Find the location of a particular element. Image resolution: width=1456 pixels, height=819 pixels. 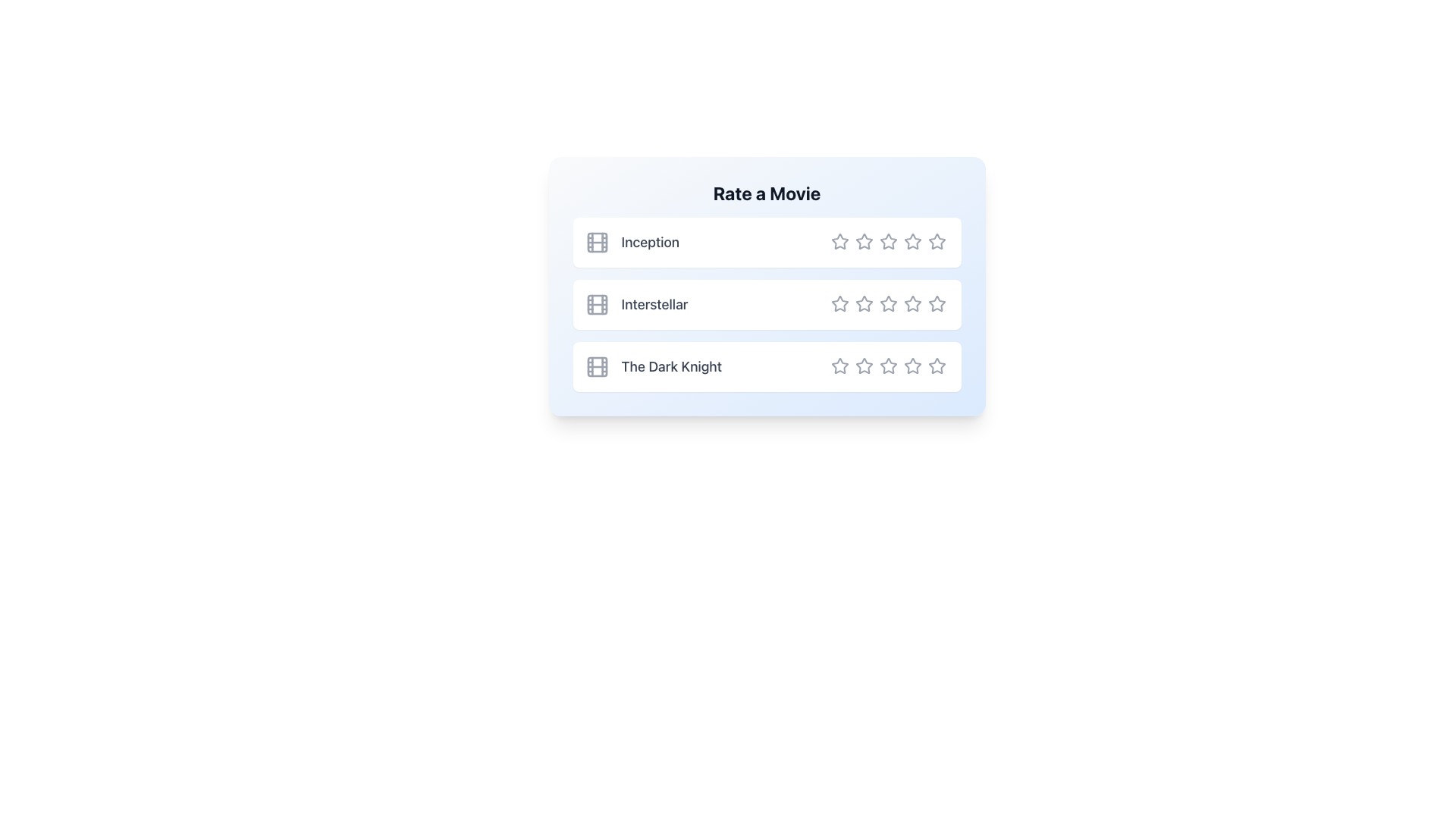

the second star-shaped icon from the left in the row of rating stars to give 'The Dark Knight' a rating of two stars is located at coordinates (864, 366).